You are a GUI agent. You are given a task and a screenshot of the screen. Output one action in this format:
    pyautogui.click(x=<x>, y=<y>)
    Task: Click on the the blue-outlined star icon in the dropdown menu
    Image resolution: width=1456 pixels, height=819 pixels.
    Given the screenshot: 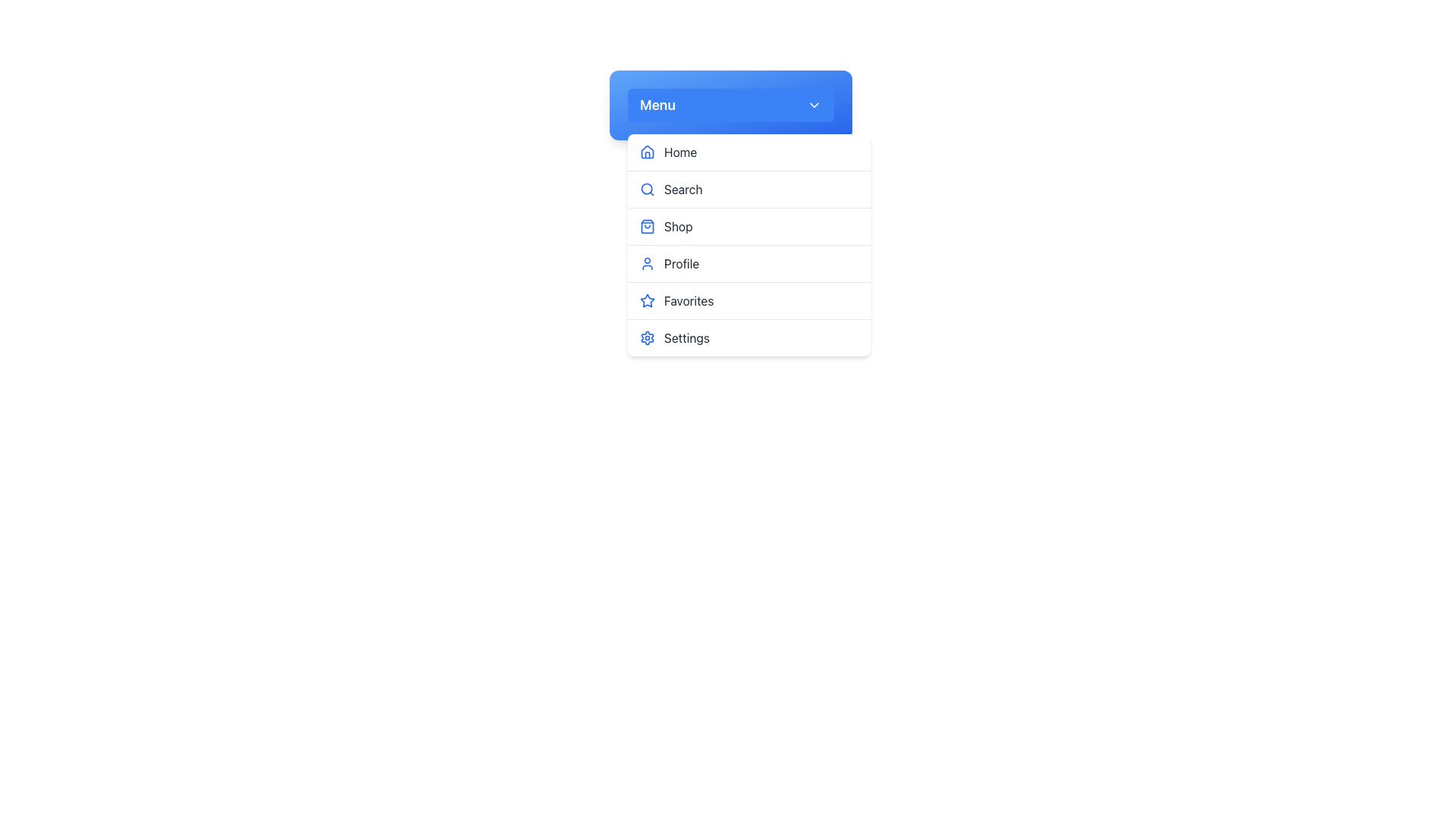 What is the action you would take?
    pyautogui.click(x=648, y=300)
    